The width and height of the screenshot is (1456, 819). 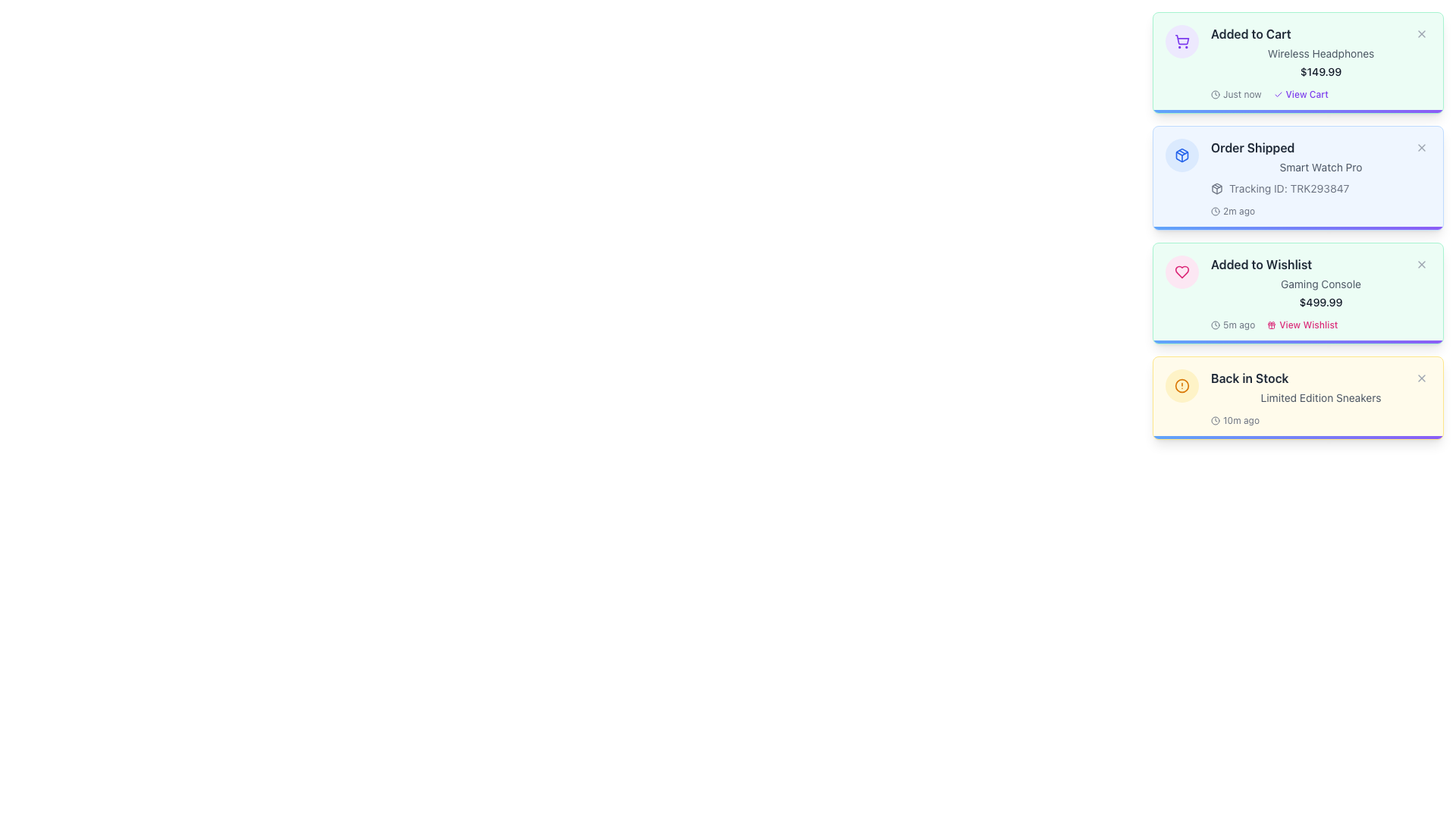 What do you see at coordinates (1421, 377) in the screenshot?
I see `the close button located at the top-right corner of the 'Back in Stock' notification` at bounding box center [1421, 377].